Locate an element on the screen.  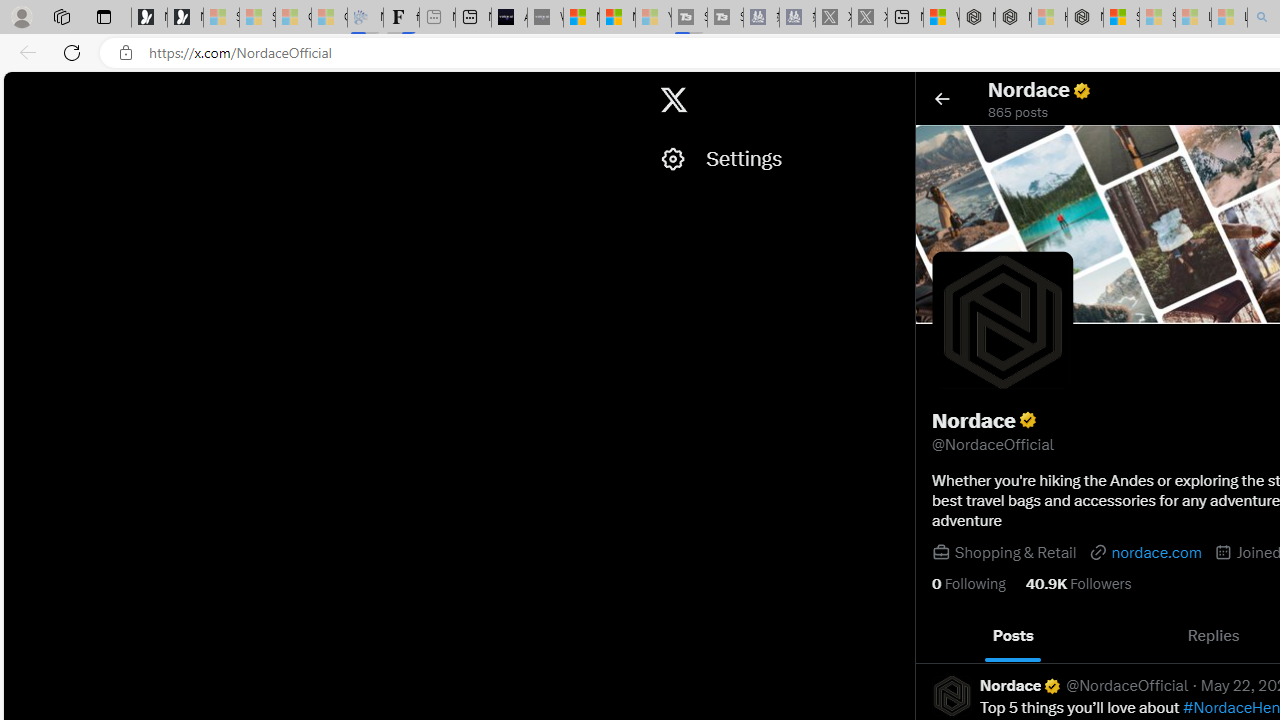
'Provides details about verified accounts.' is located at coordinates (1027, 419).